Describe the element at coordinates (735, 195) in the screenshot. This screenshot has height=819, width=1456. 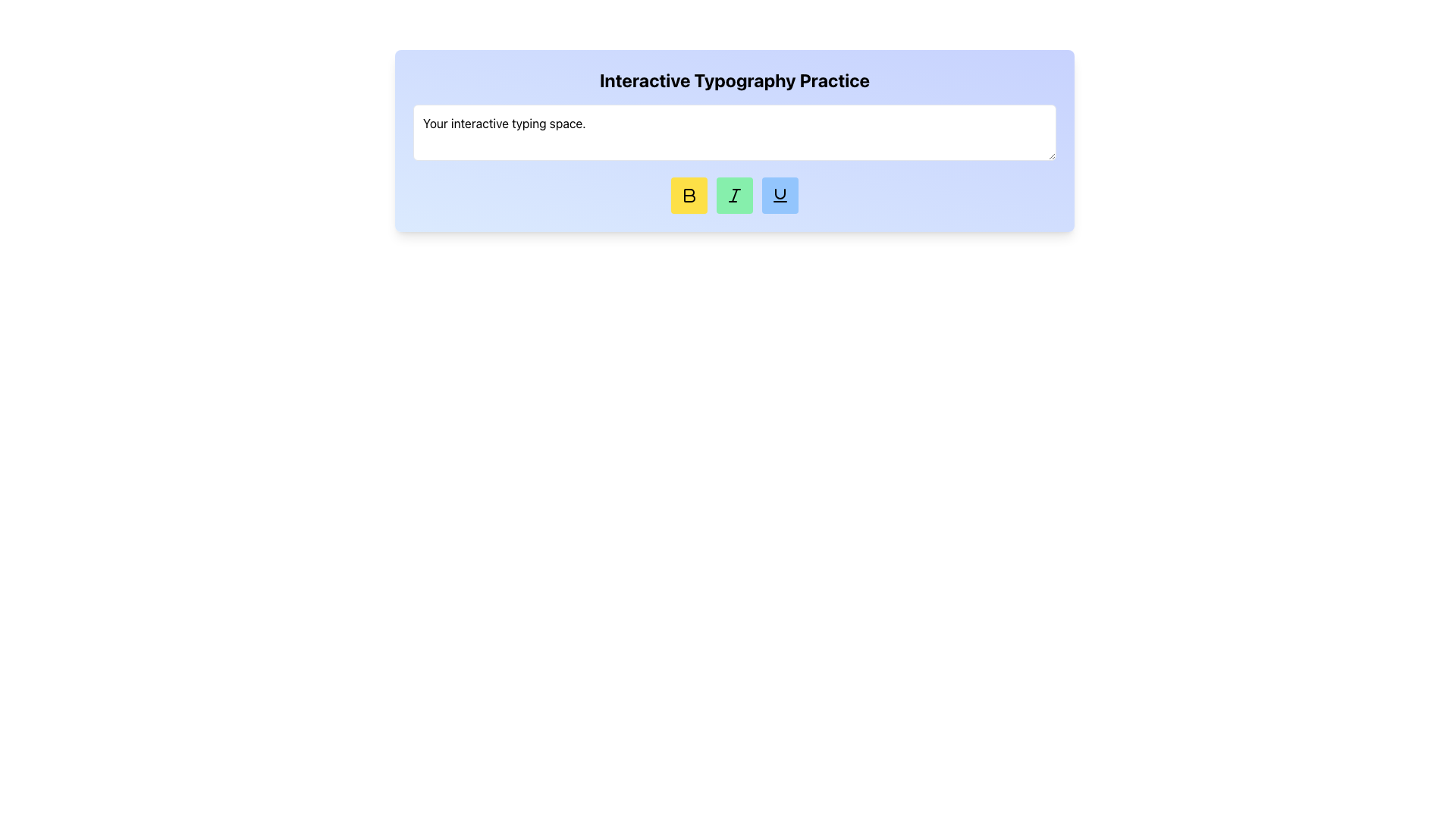
I see `the icon button resembling an italicized letter 'I' on a green background` at that location.